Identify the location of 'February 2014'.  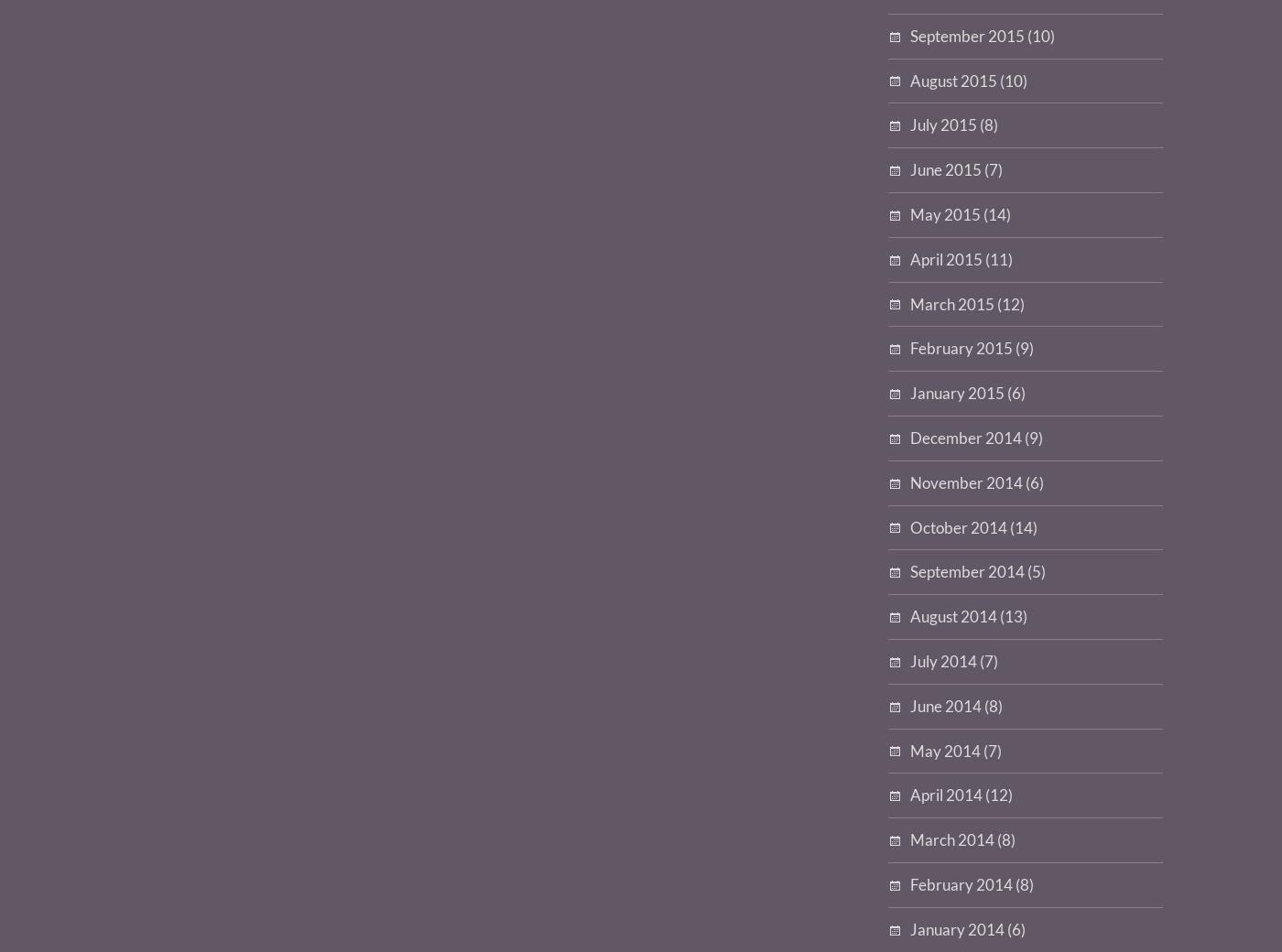
(961, 884).